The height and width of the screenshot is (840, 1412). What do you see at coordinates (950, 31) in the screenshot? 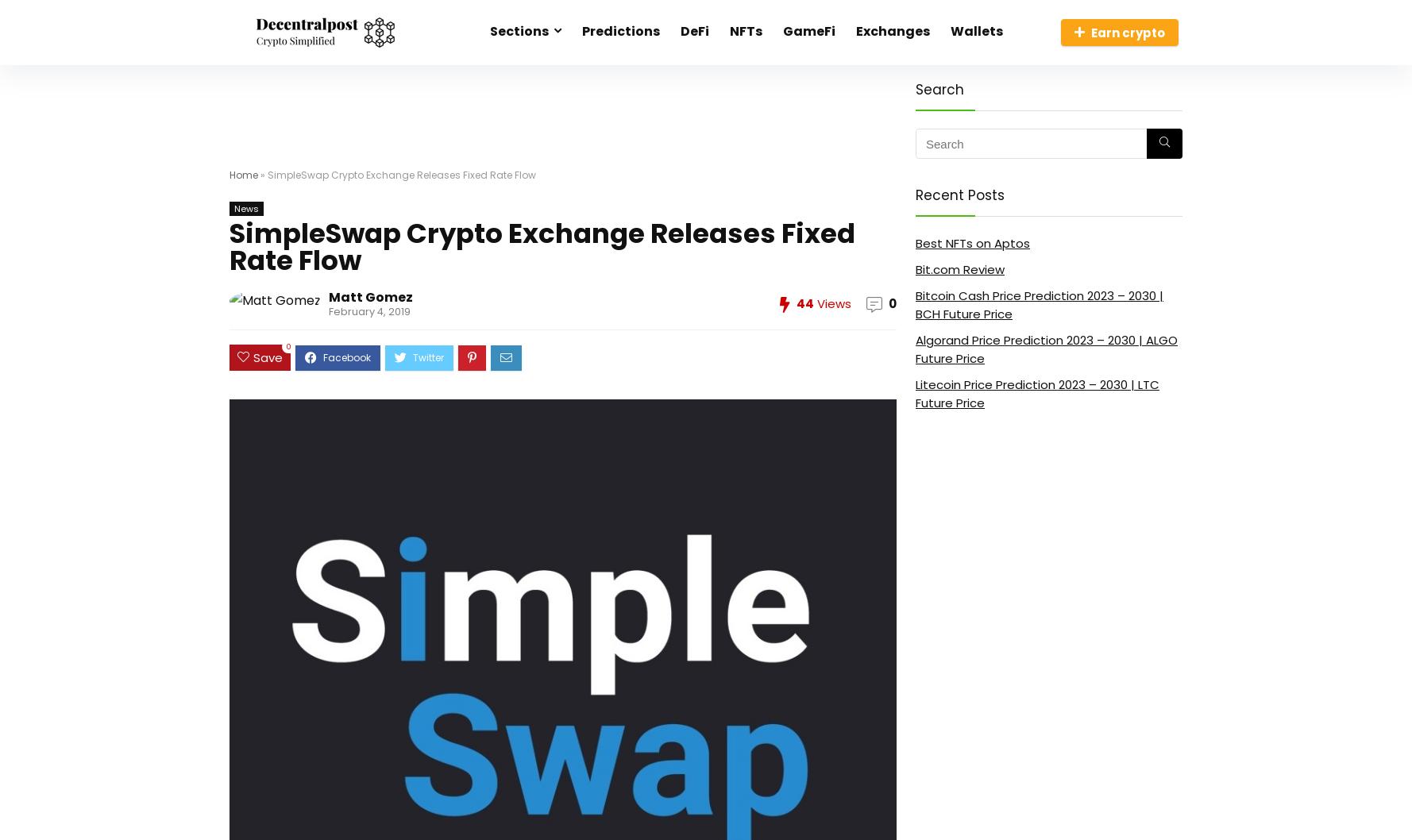
I see `'Wallets'` at bounding box center [950, 31].